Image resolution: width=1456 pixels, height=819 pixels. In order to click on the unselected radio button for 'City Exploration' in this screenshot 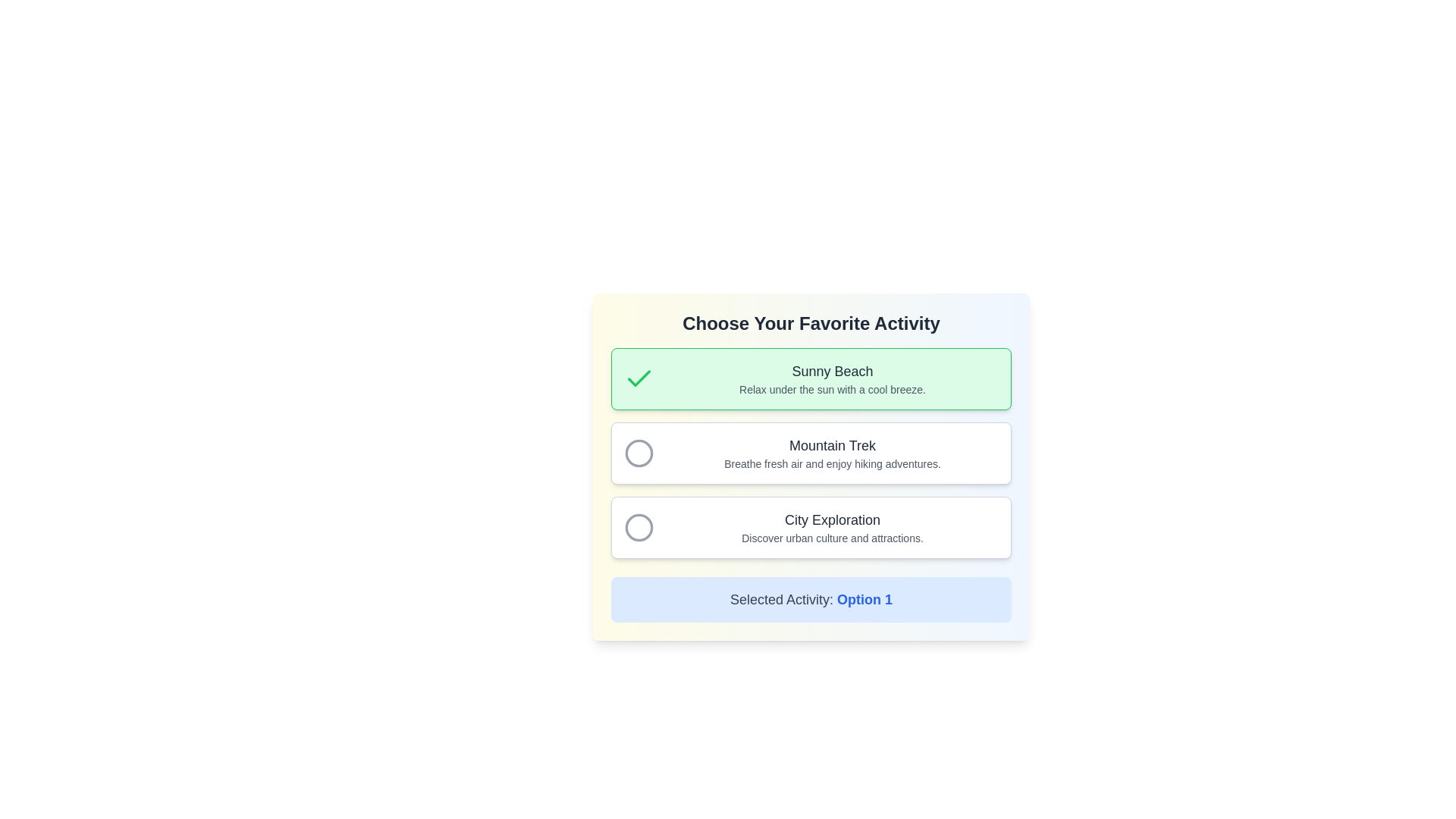, I will do `click(639, 526)`.